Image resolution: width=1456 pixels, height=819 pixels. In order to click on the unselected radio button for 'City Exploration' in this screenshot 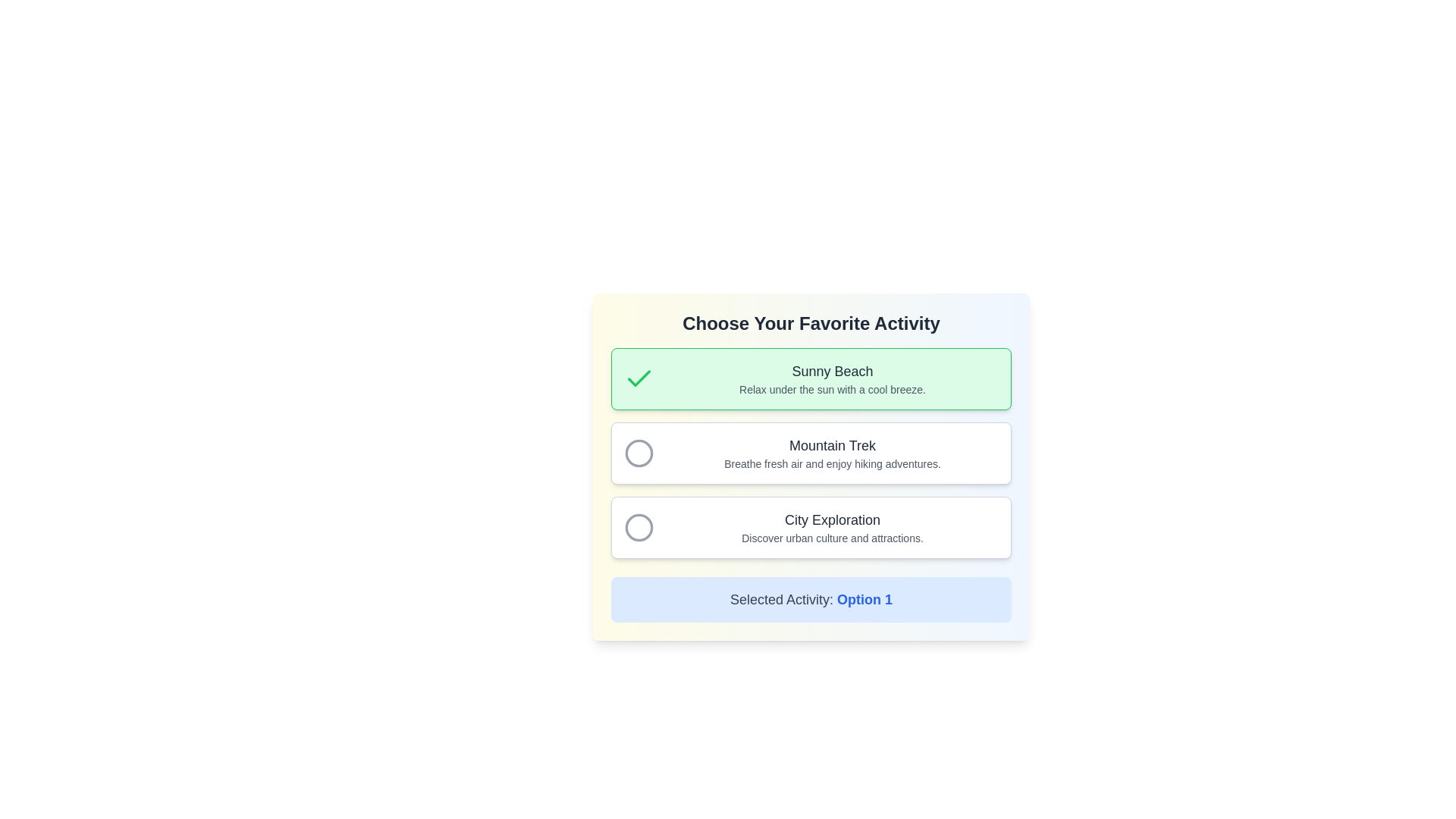, I will do `click(639, 526)`.